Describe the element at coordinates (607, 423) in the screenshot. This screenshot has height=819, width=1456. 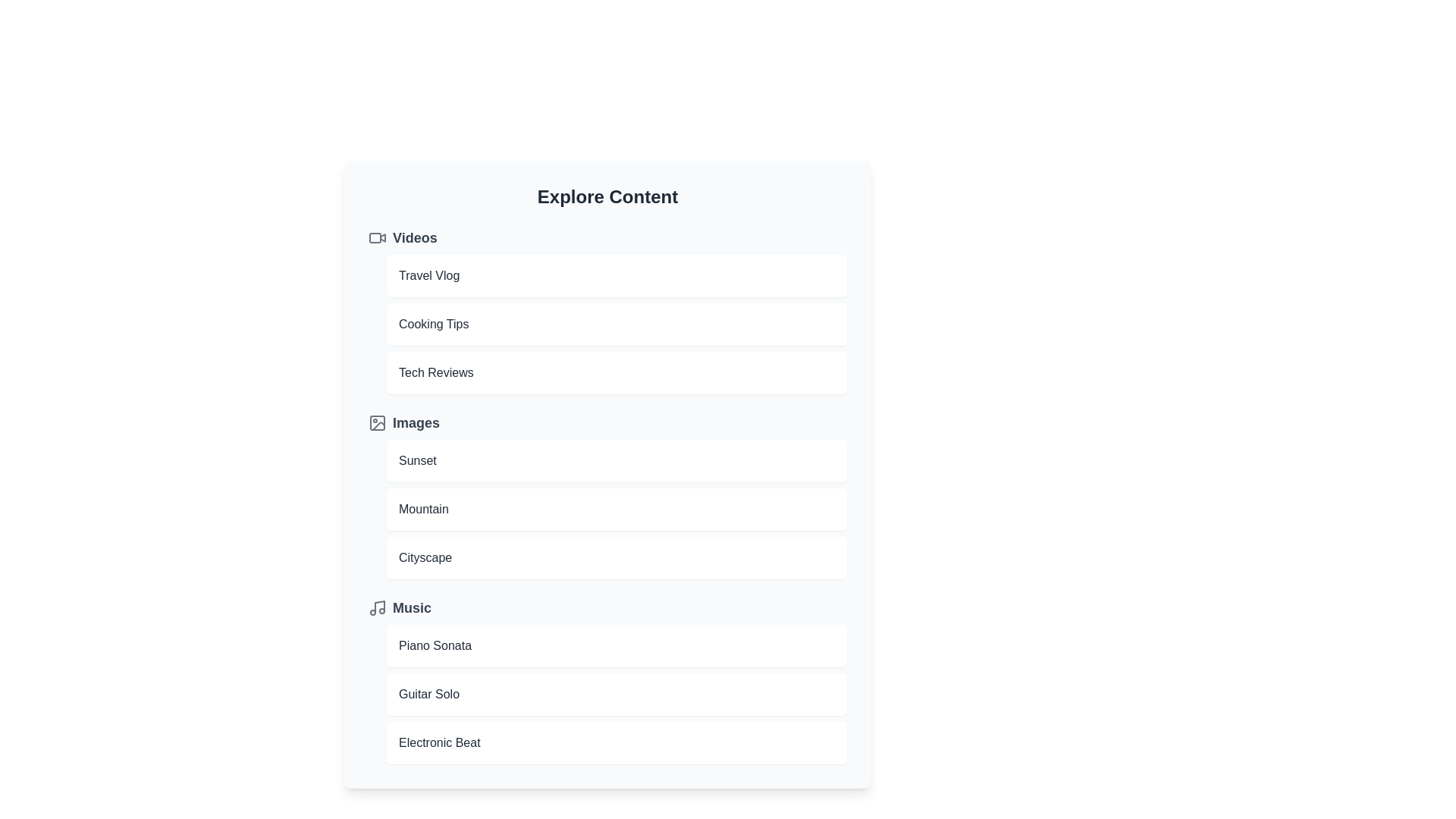
I see `the category Images to toggle its visibility` at that location.